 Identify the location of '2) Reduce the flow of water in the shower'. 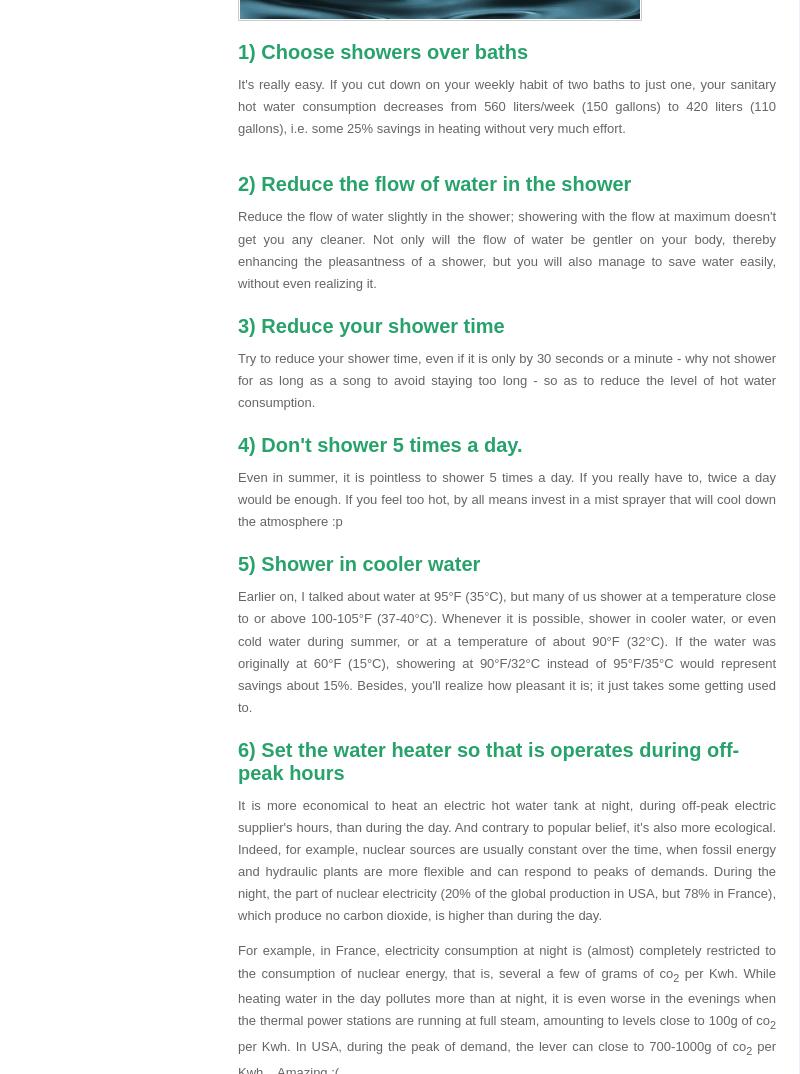
(237, 183).